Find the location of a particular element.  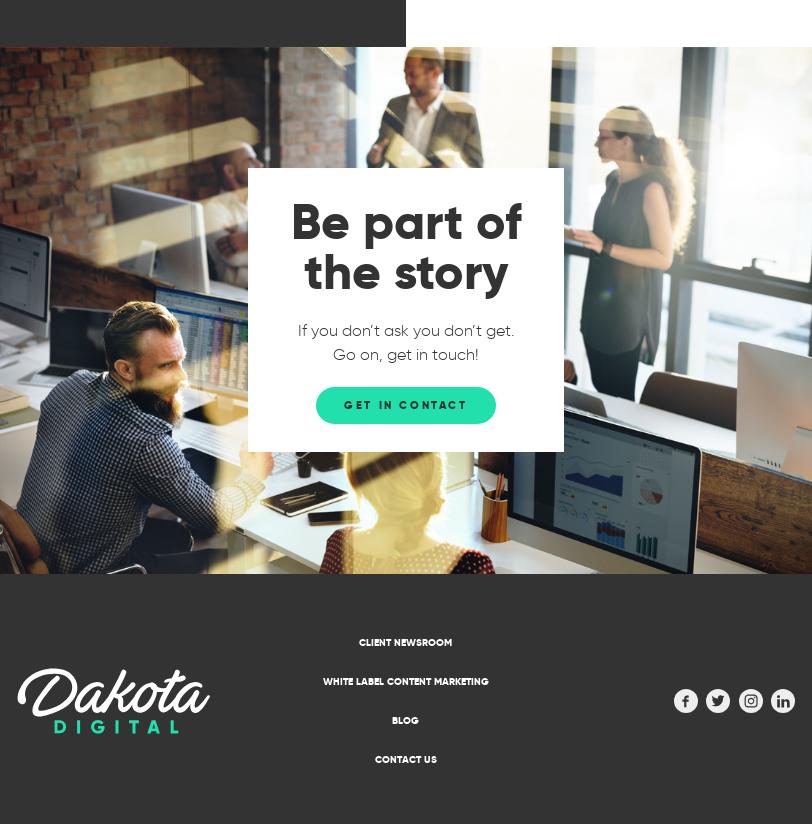

'Get in contact' is located at coordinates (405, 404).